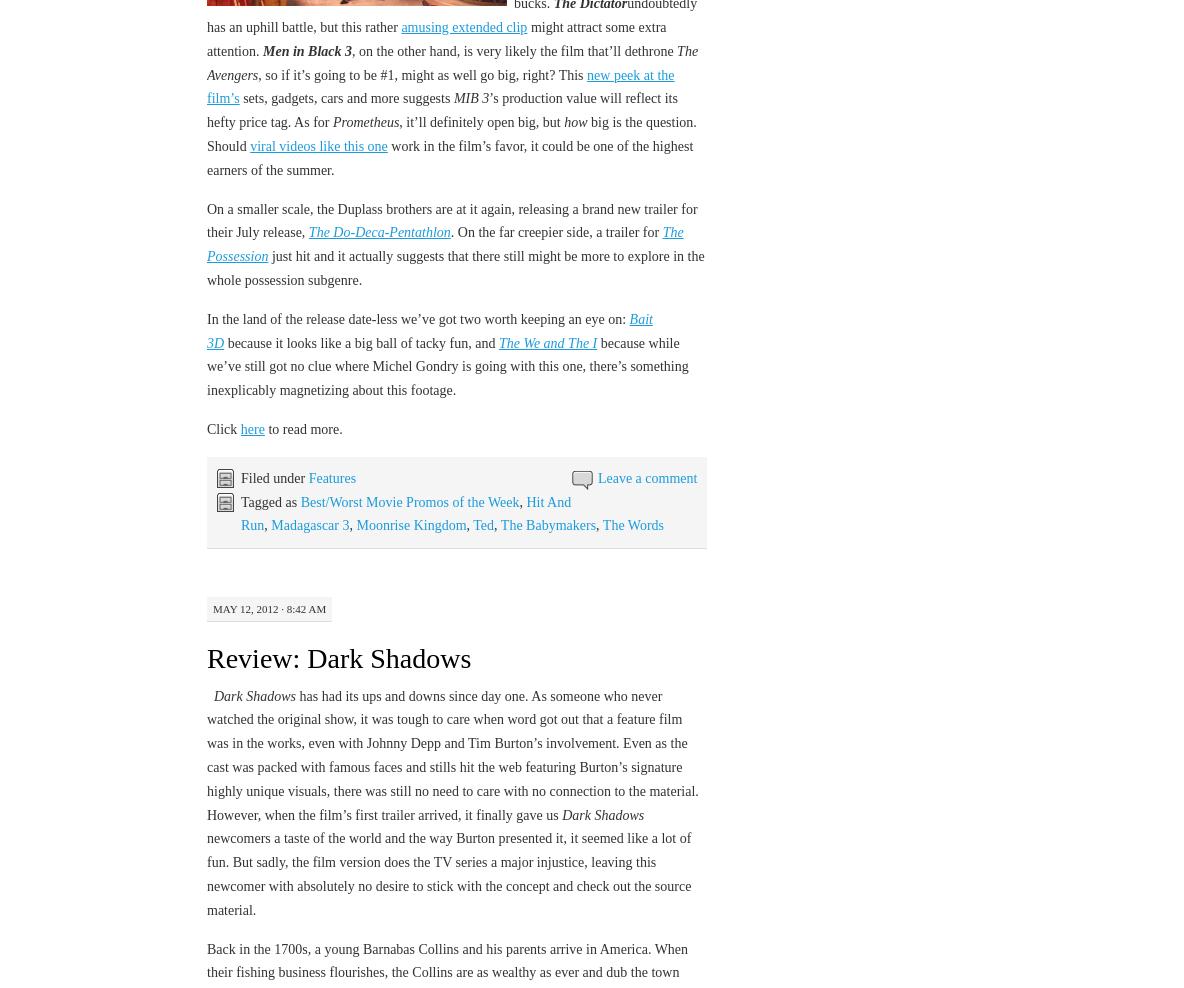  Describe the element at coordinates (240, 512) in the screenshot. I see `'Hit And Run'` at that location.